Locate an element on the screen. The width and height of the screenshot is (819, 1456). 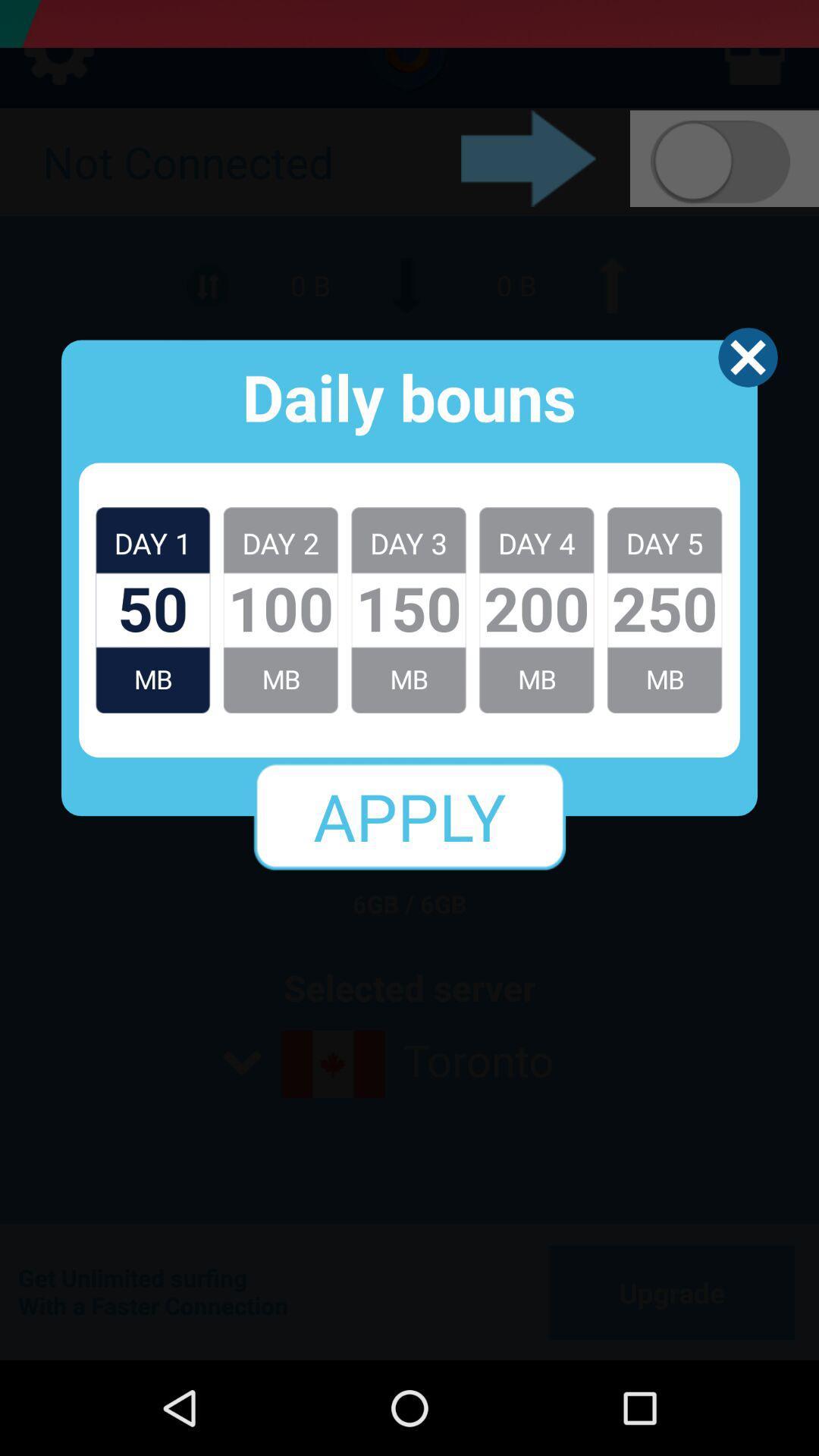
apply icon is located at coordinates (409, 815).